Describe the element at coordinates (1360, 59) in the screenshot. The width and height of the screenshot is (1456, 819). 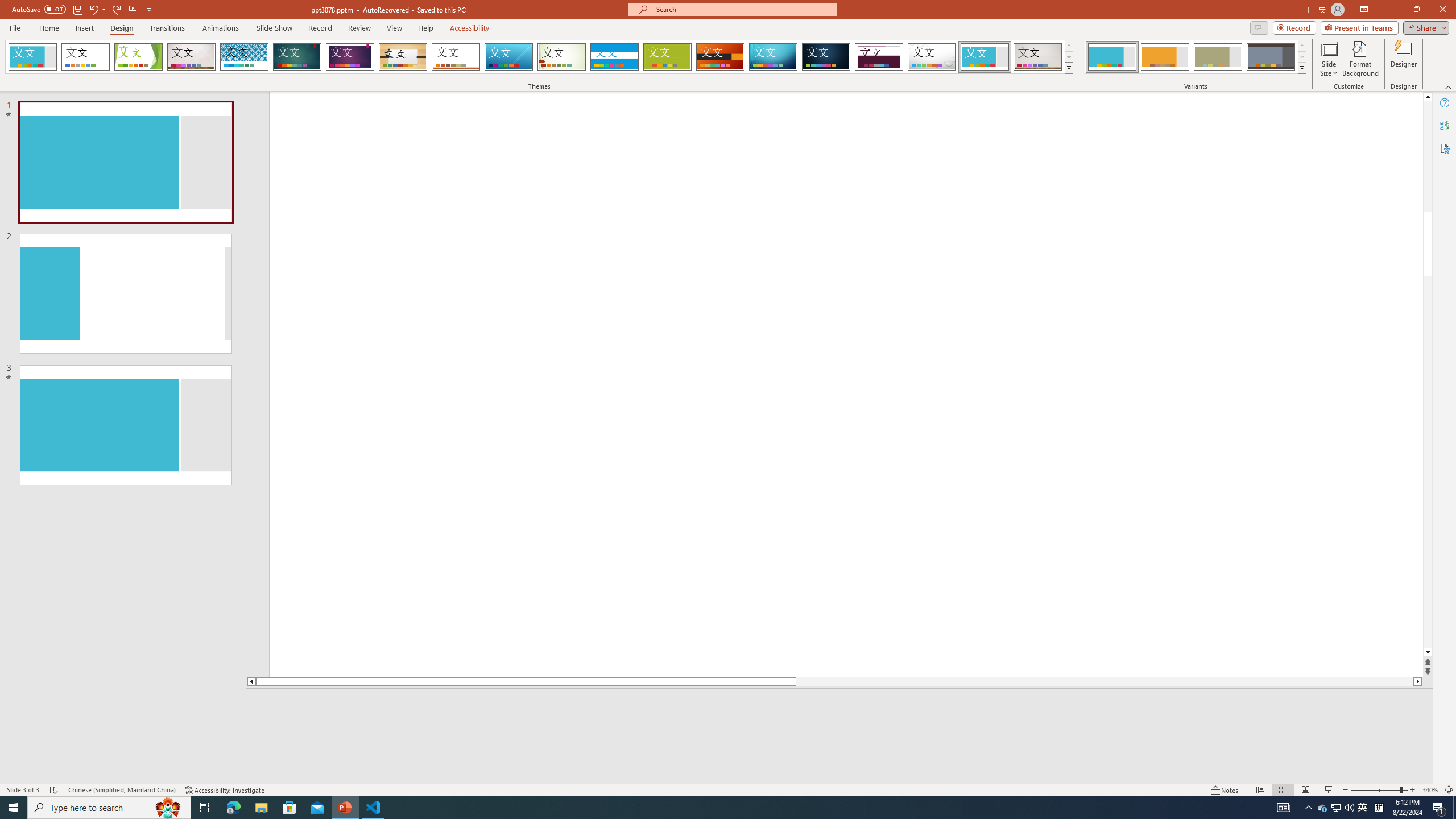
I see `'Format Background'` at that location.